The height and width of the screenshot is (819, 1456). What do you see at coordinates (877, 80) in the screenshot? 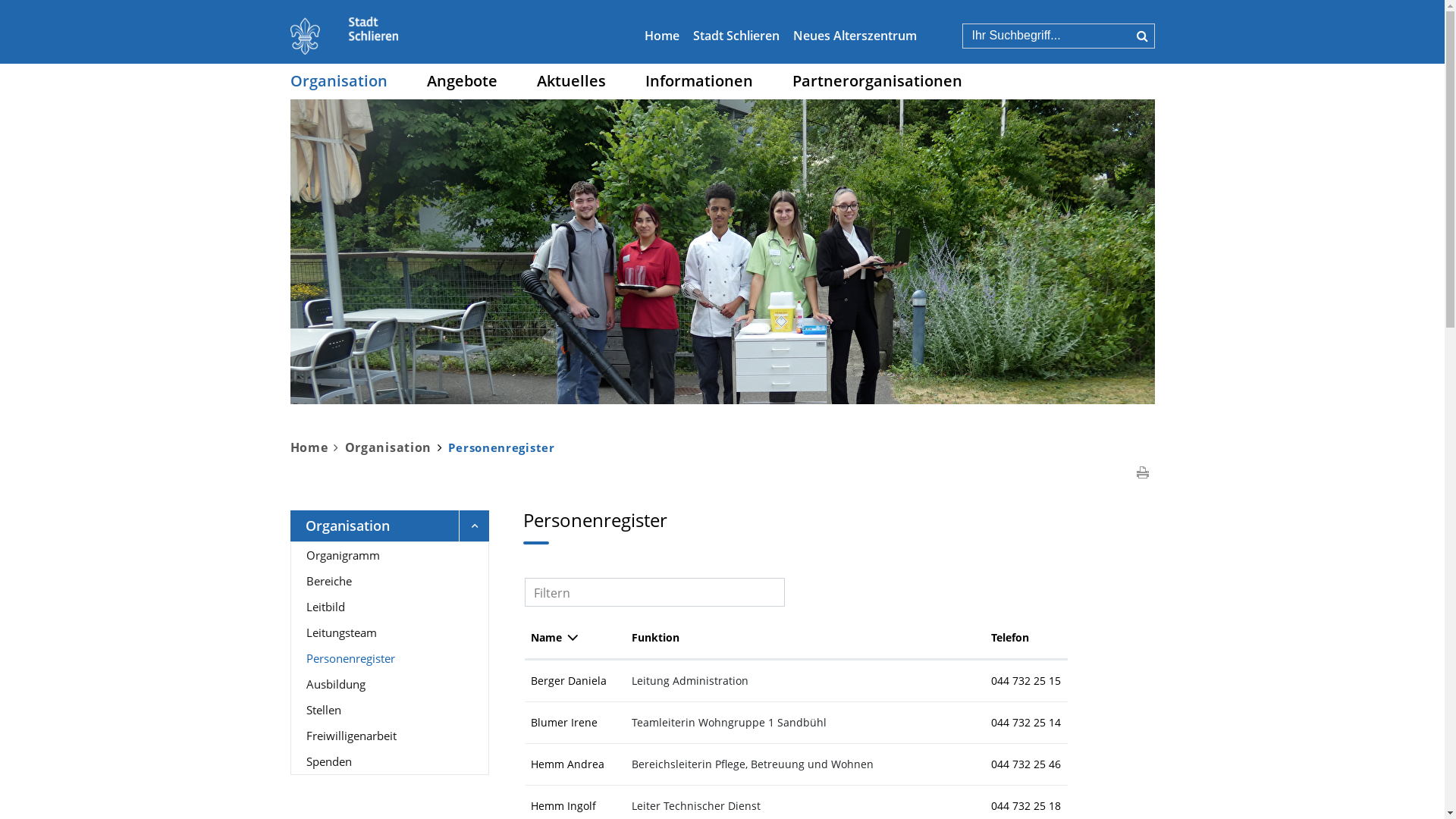
I see `'Partnerorganisationen'` at bounding box center [877, 80].